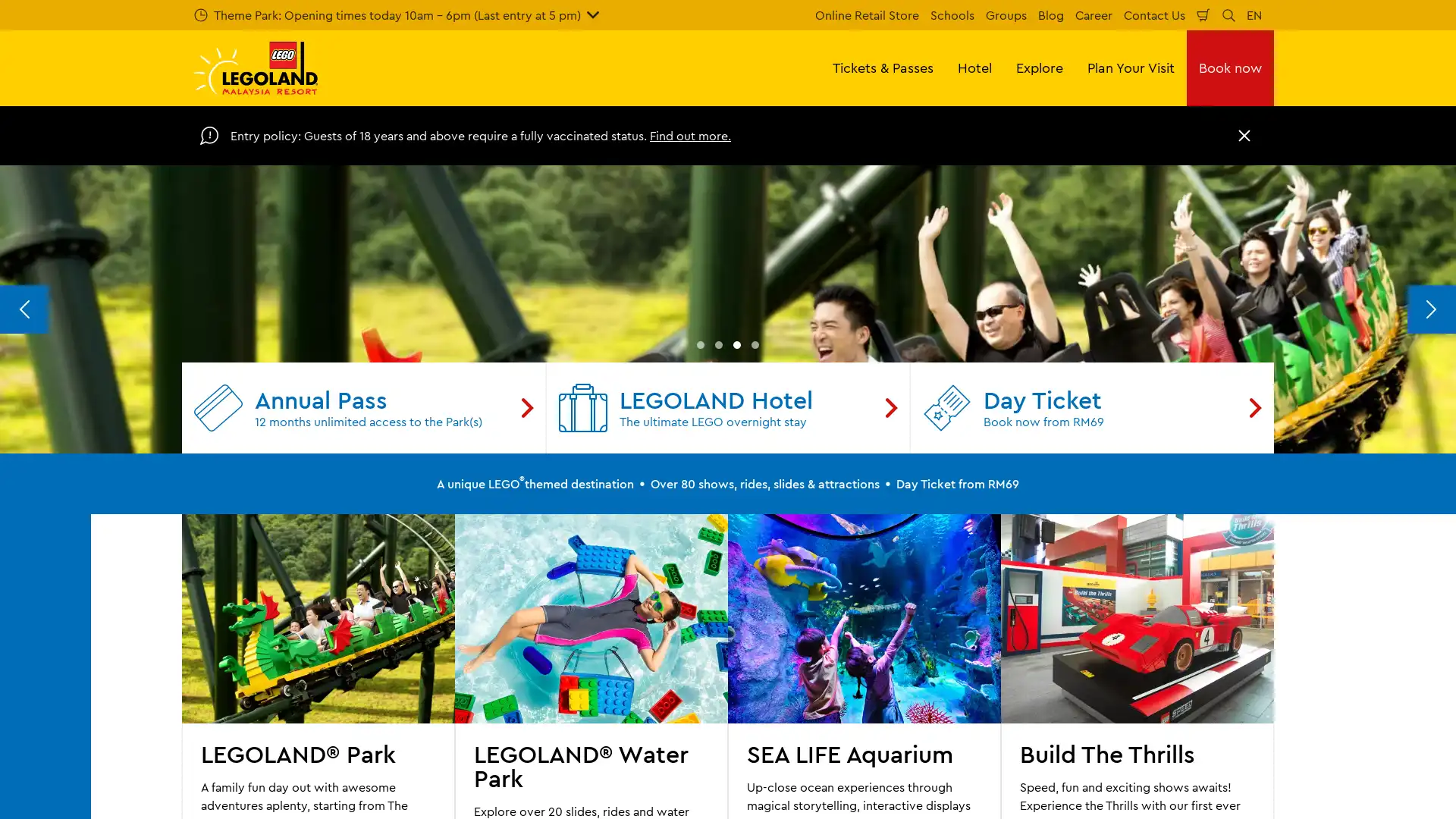  Describe the element at coordinates (699, 646) in the screenshot. I see `Go to slide 1` at that location.